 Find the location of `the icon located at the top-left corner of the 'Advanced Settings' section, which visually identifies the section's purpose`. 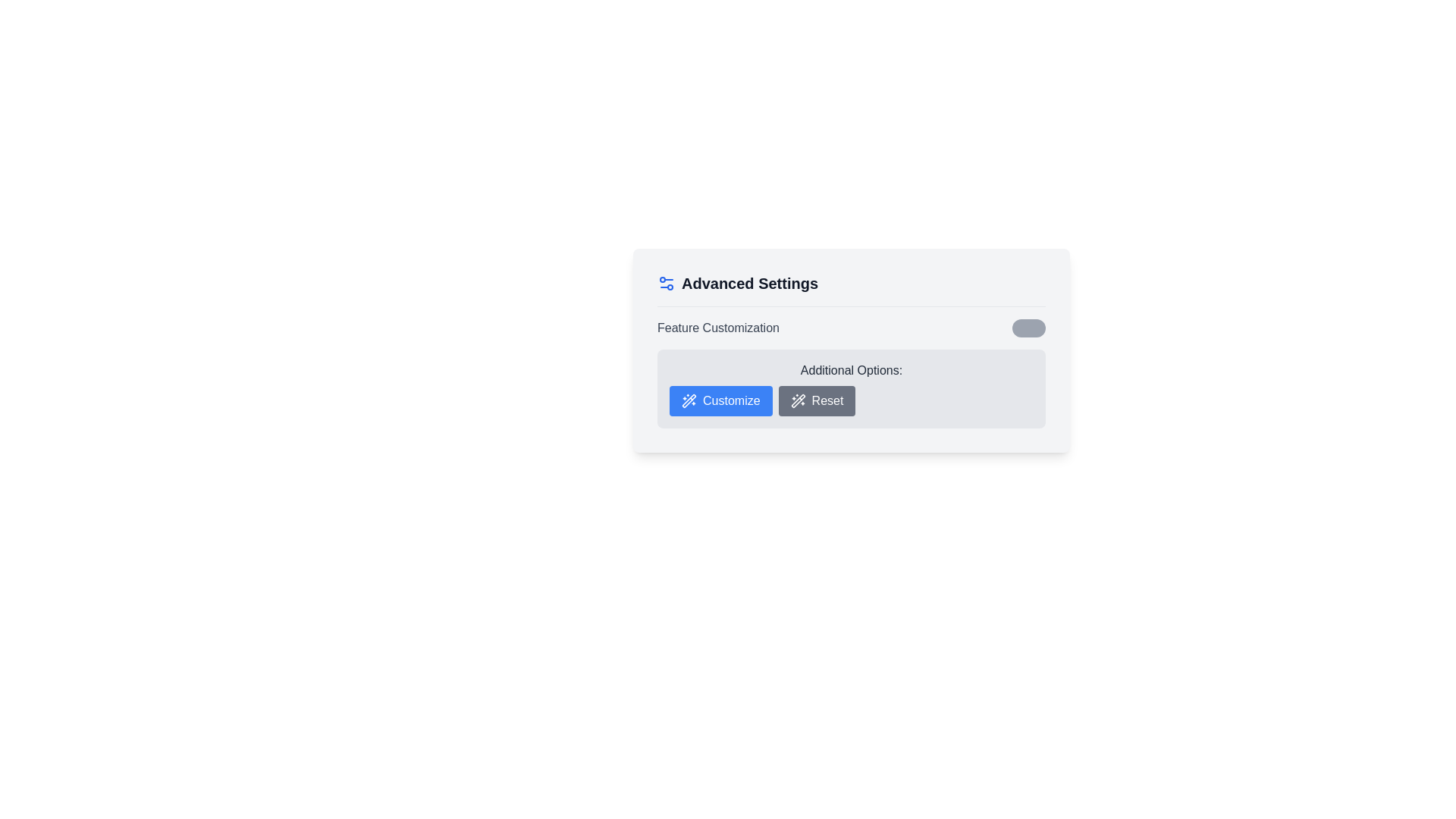

the icon located at the top-left corner of the 'Advanced Settings' section, which visually identifies the section's purpose is located at coordinates (666, 284).